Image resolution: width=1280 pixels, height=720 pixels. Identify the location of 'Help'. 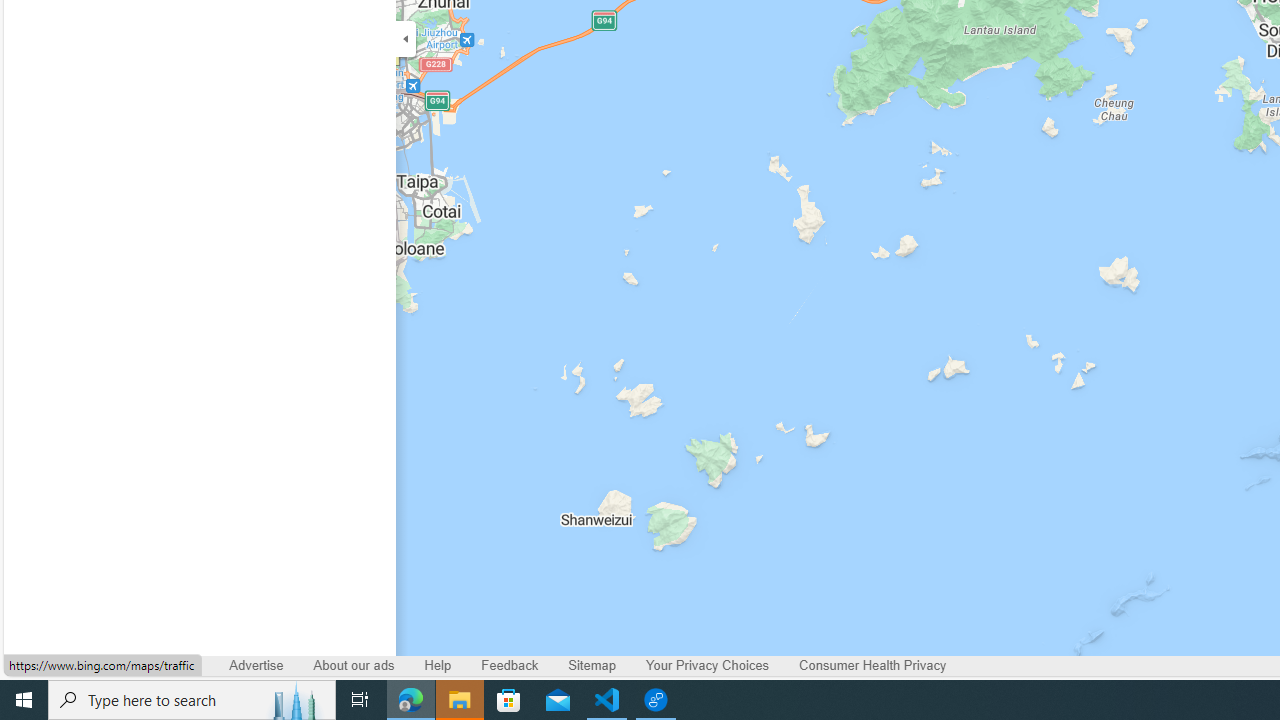
(437, 666).